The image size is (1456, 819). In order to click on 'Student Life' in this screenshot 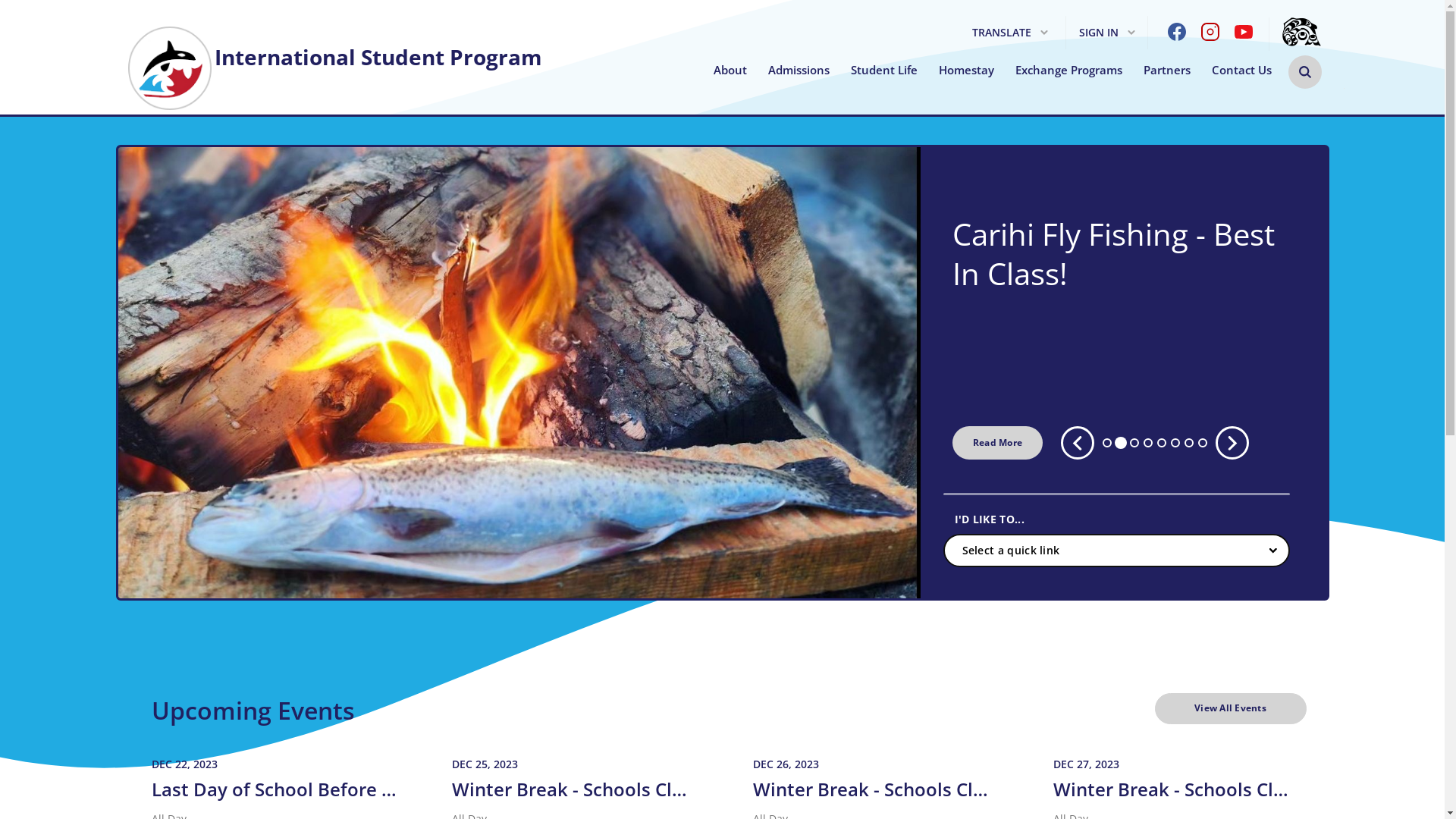, I will do `click(884, 70)`.